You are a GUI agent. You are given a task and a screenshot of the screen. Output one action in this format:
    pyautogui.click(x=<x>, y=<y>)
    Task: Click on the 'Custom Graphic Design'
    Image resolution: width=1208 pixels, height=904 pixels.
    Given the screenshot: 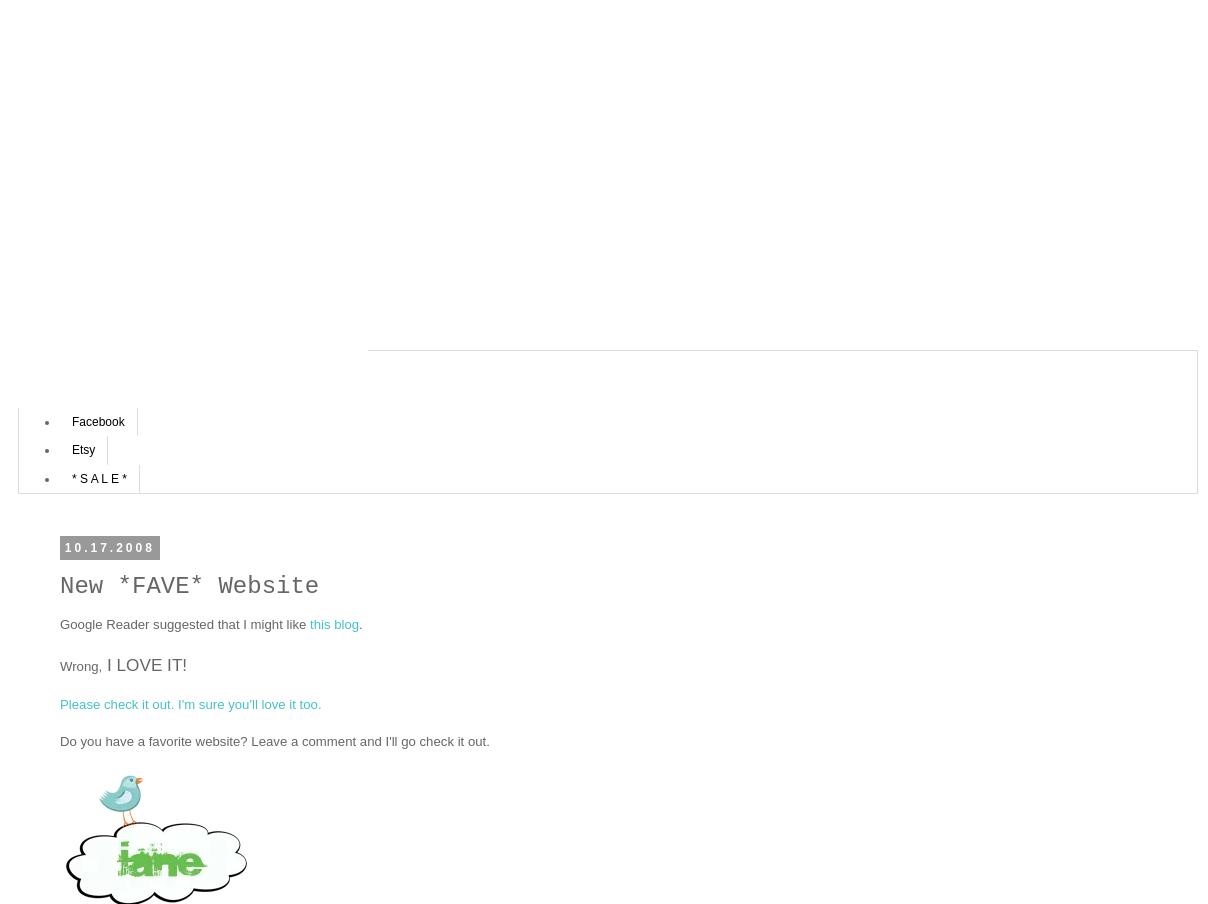 What is the action you would take?
    pyautogui.click(x=134, y=391)
    